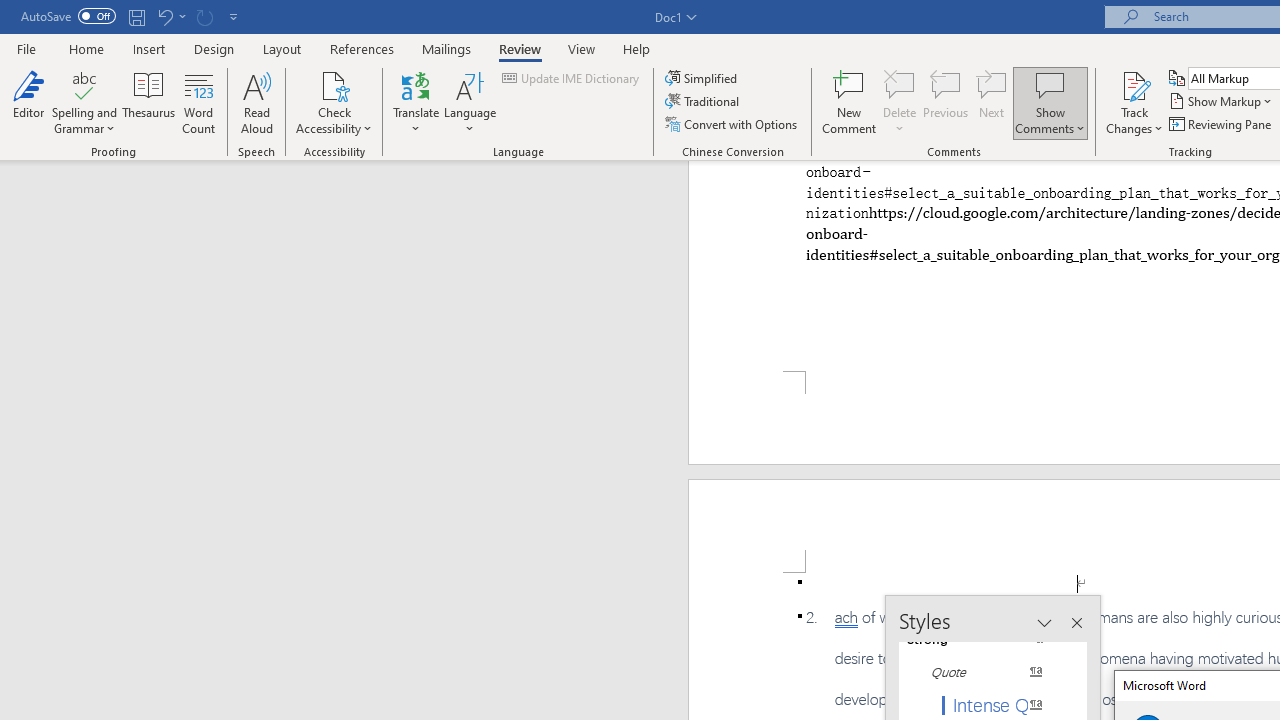 The height and width of the screenshot is (720, 1280). I want to click on 'Delete', so click(899, 84).